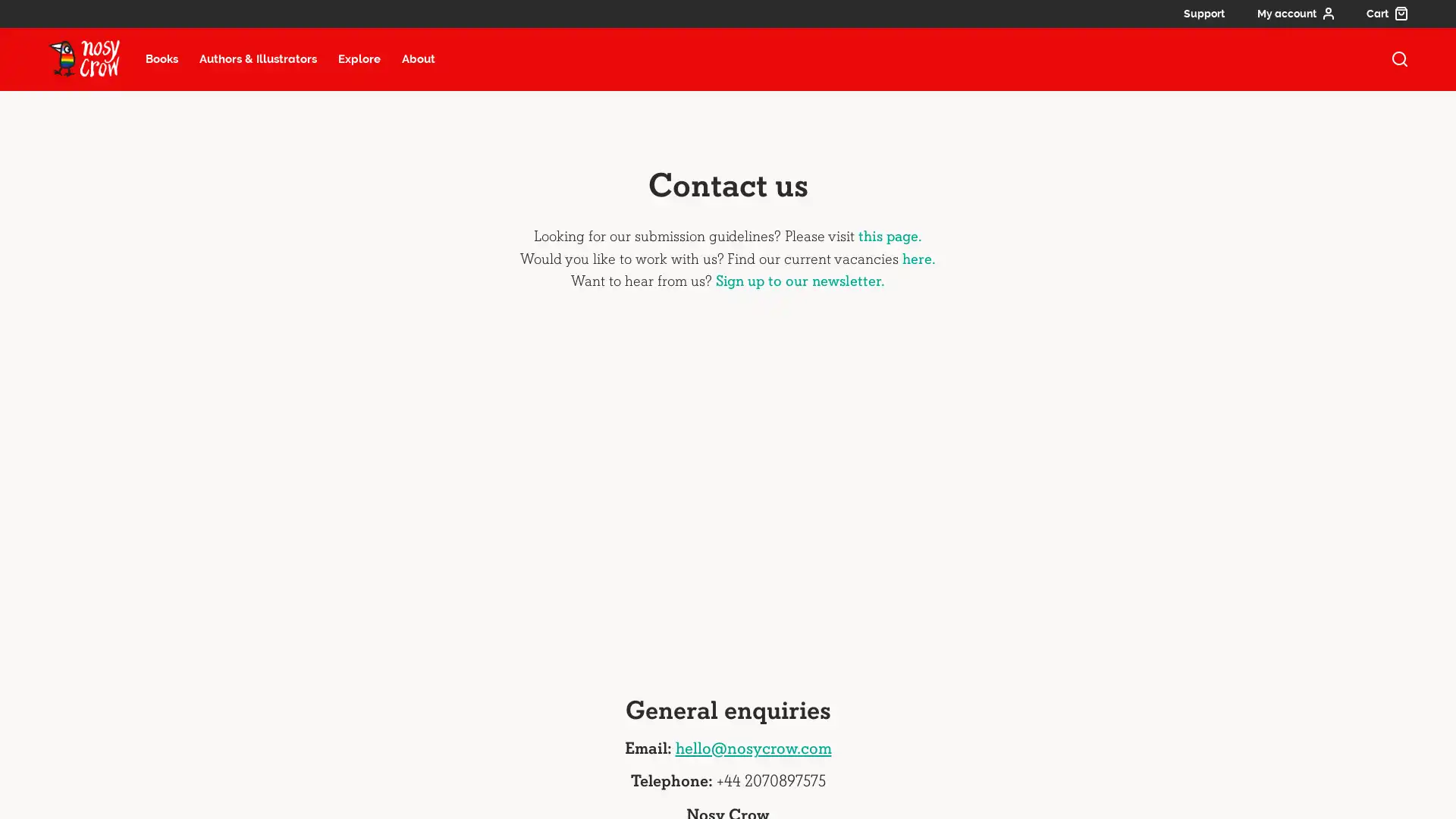  What do you see at coordinates (359, 58) in the screenshot?
I see `Explore menu item, select to open explore submenu (6 items)` at bounding box center [359, 58].